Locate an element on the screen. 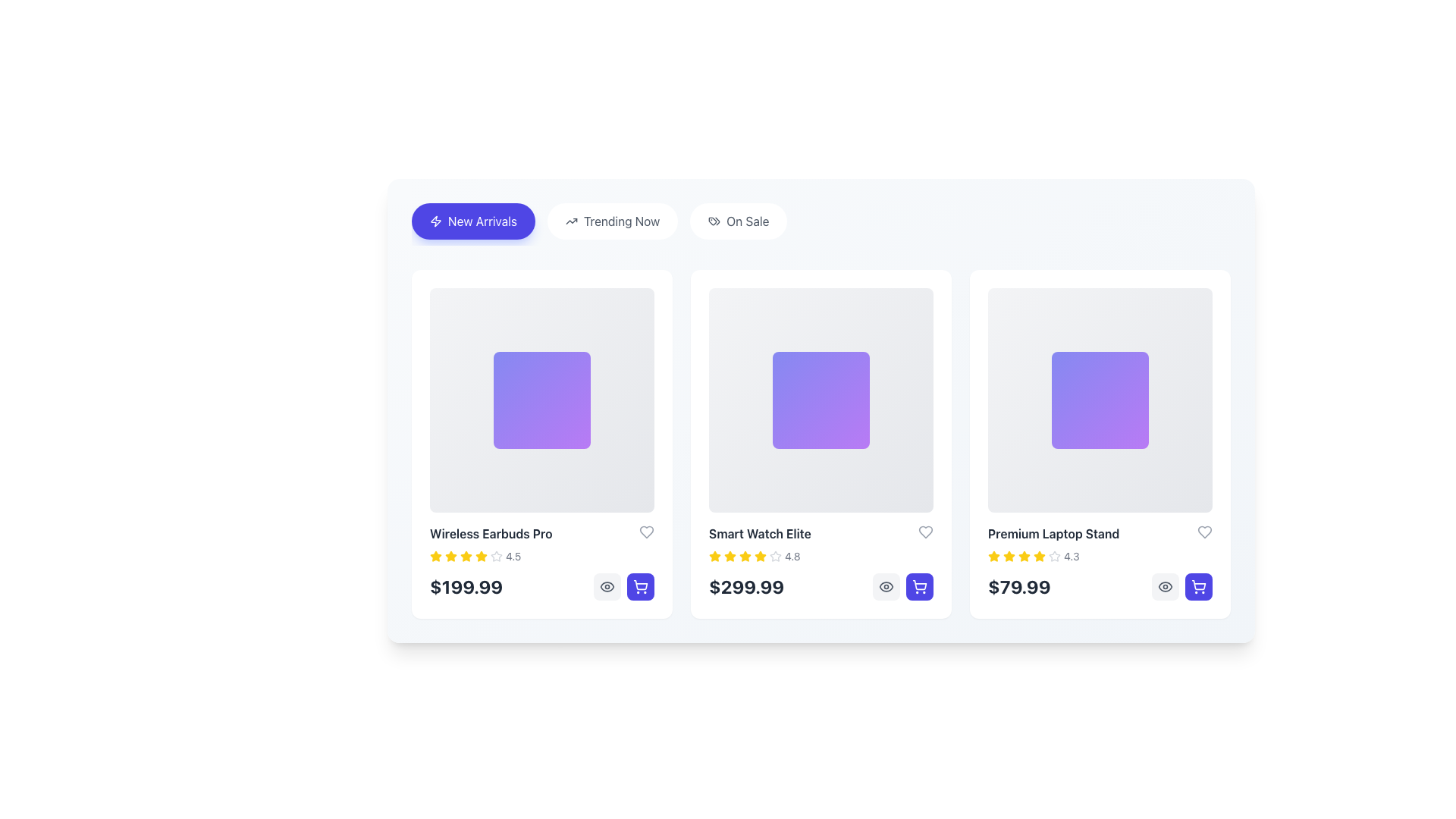 Image resolution: width=1456 pixels, height=819 pixels. the second highlighted star icon (yellow five-pointed star) in the 'Premium Laptop Stand' section is located at coordinates (1009, 556).